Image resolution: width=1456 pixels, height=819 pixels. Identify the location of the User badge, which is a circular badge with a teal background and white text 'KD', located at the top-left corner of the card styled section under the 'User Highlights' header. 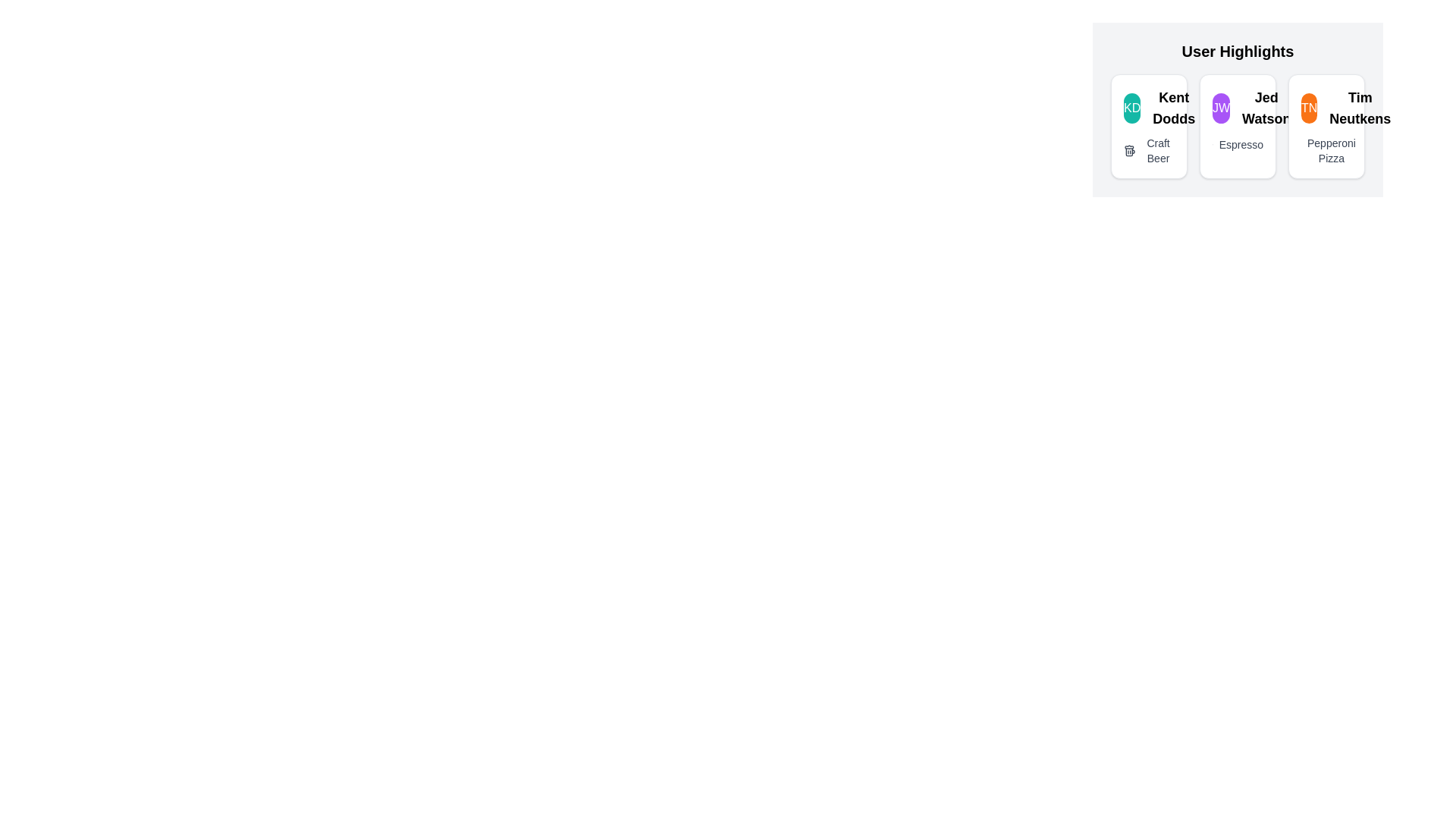
(1132, 107).